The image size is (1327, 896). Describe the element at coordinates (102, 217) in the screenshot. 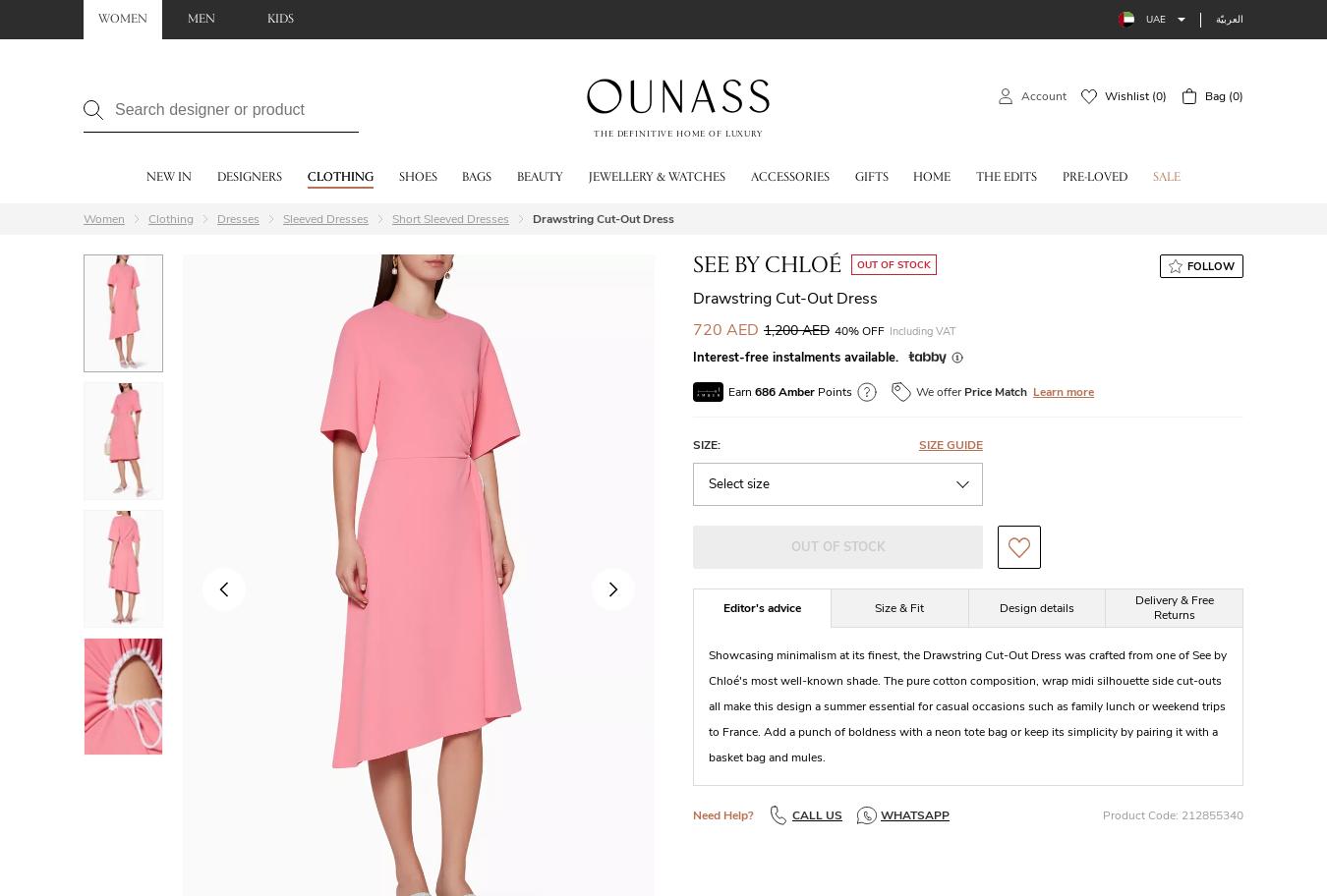

I see `'Women'` at that location.